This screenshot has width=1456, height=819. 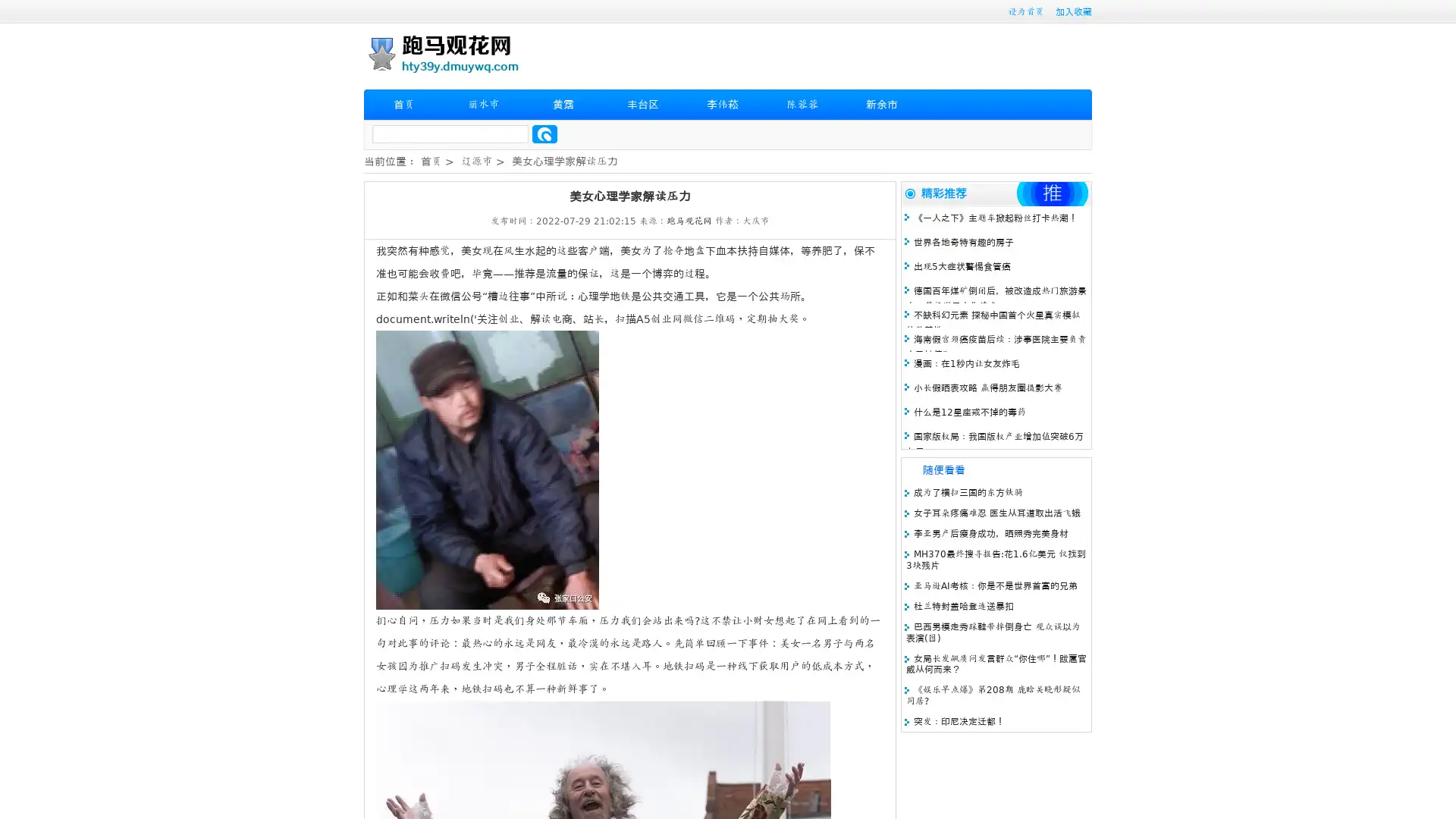 I want to click on Search, so click(x=544, y=133).